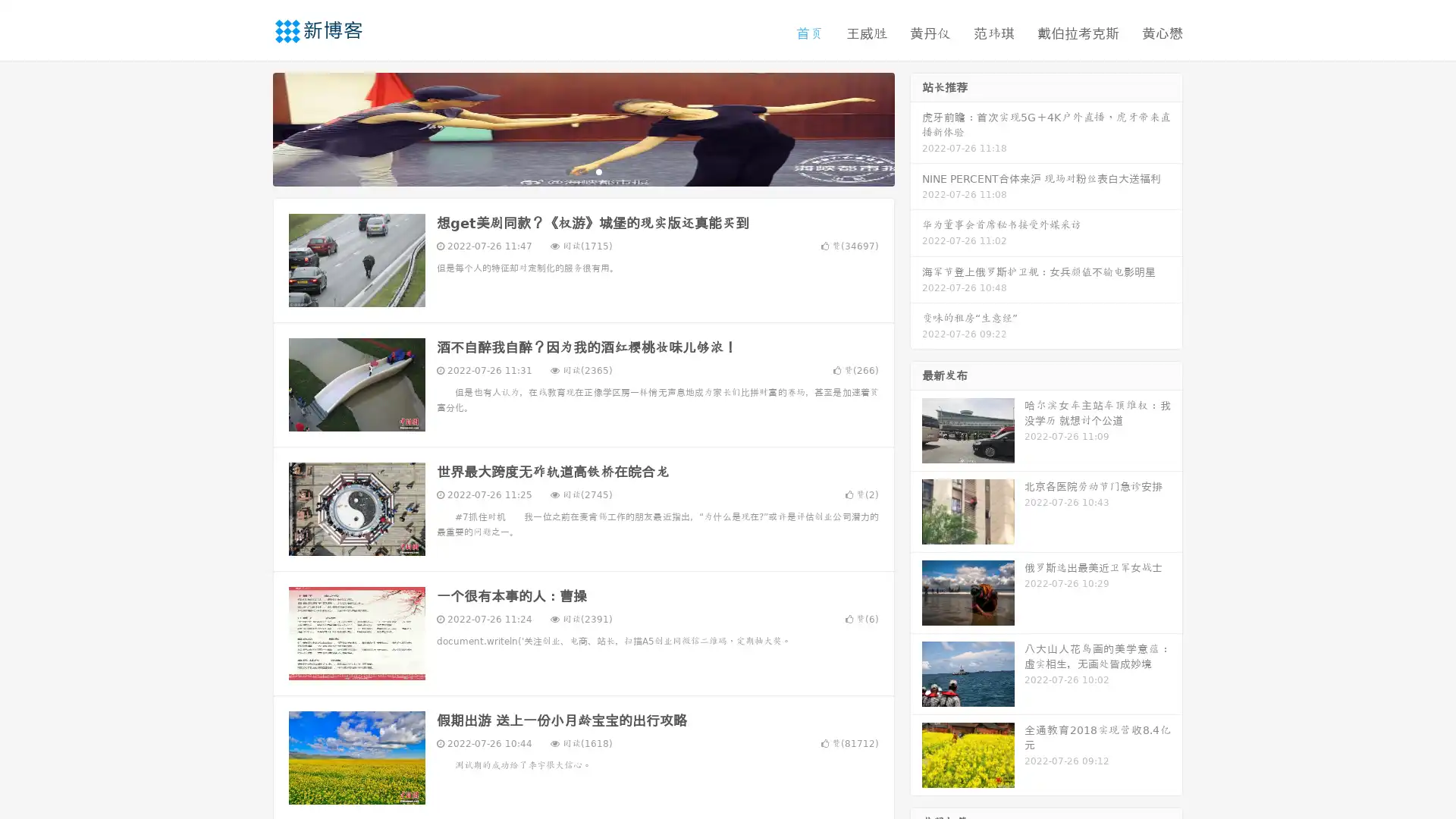  What do you see at coordinates (598, 171) in the screenshot?
I see `Go to slide 3` at bounding box center [598, 171].